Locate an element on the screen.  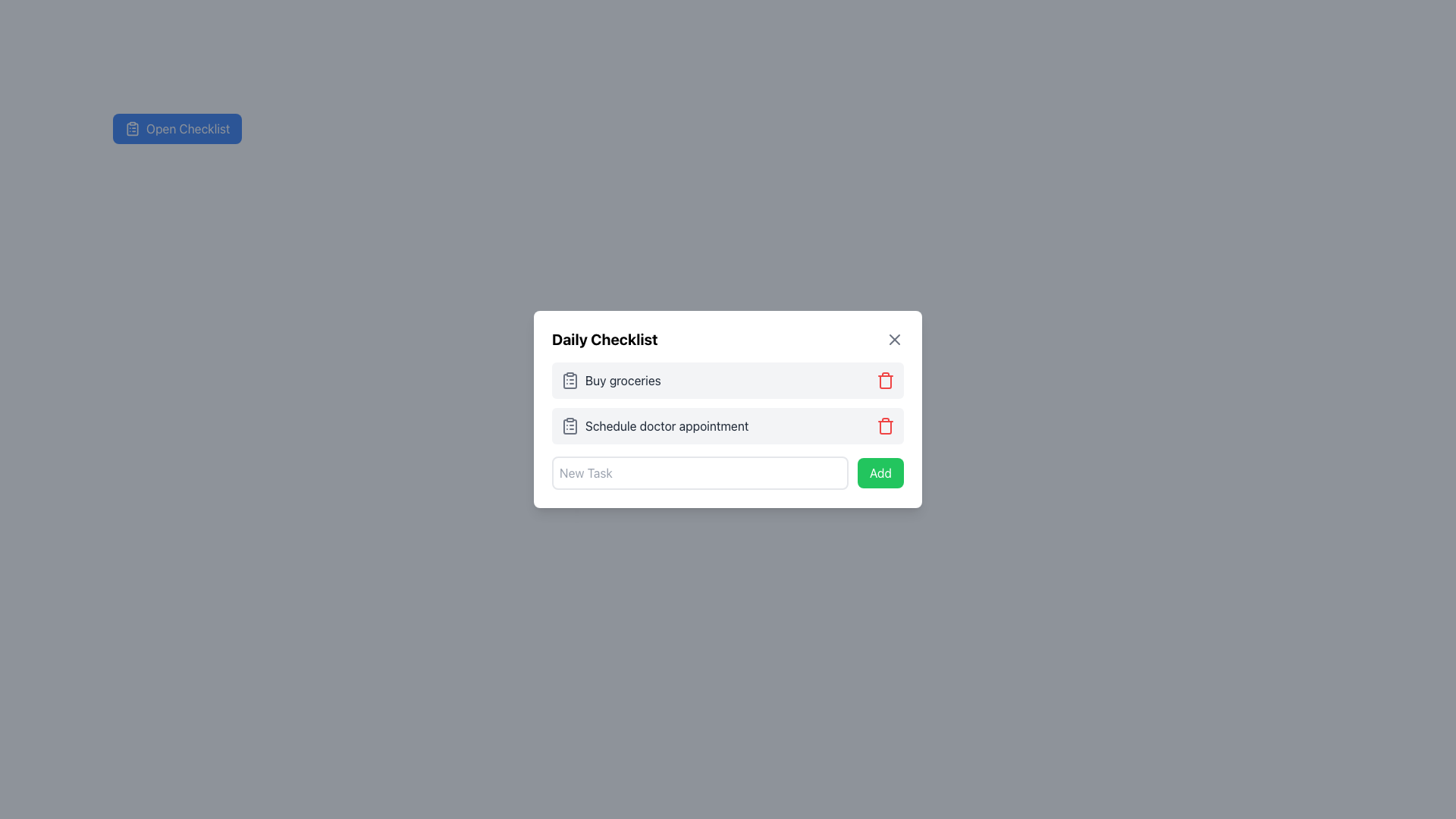
the icon located on the left side of the text inside the blue button labeled 'Open Checklist' is located at coordinates (132, 127).